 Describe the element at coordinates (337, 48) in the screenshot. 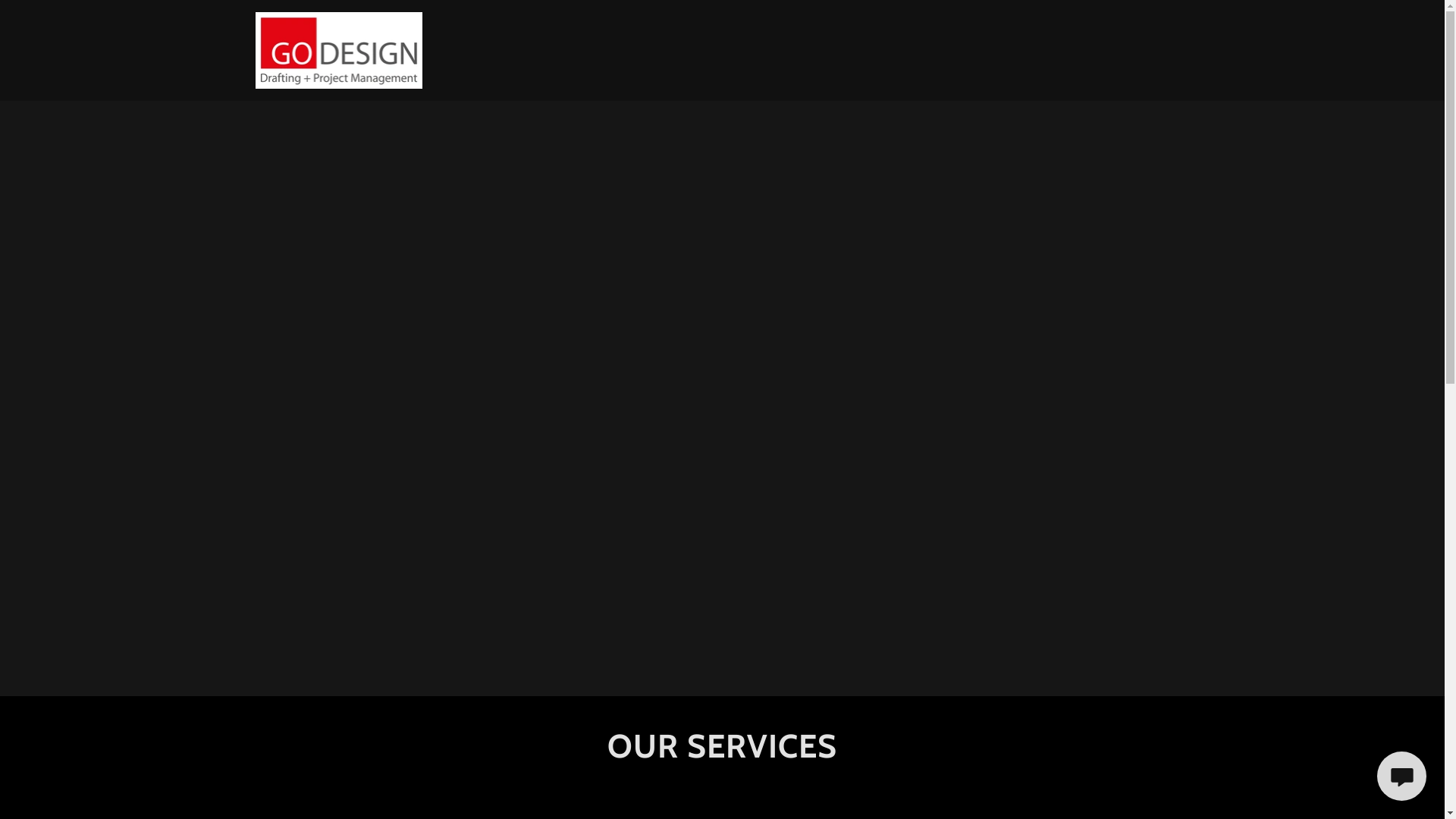

I see `'Fuller Group'` at that location.